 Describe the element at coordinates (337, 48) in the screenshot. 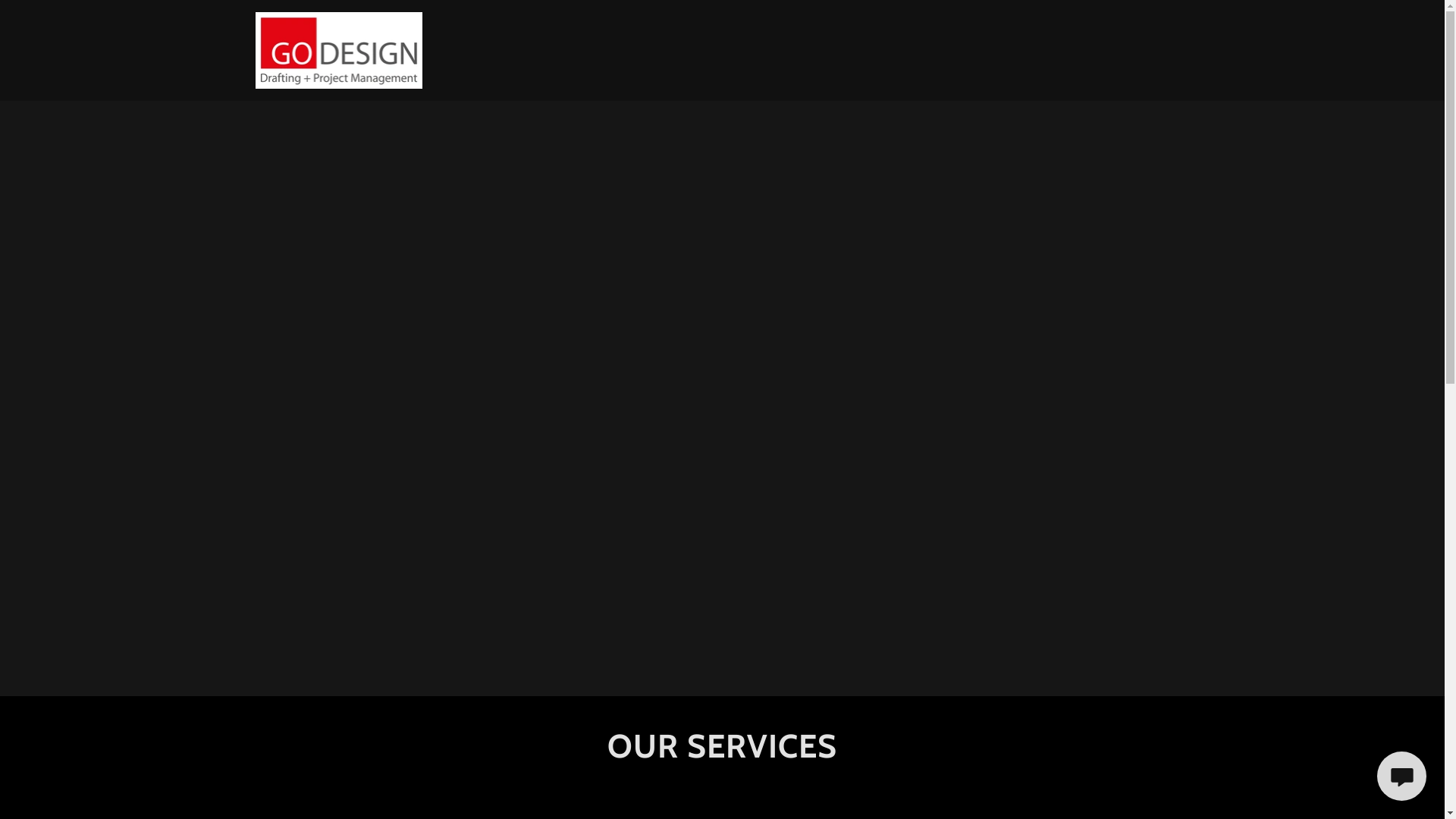

I see `'Fuller Group'` at that location.